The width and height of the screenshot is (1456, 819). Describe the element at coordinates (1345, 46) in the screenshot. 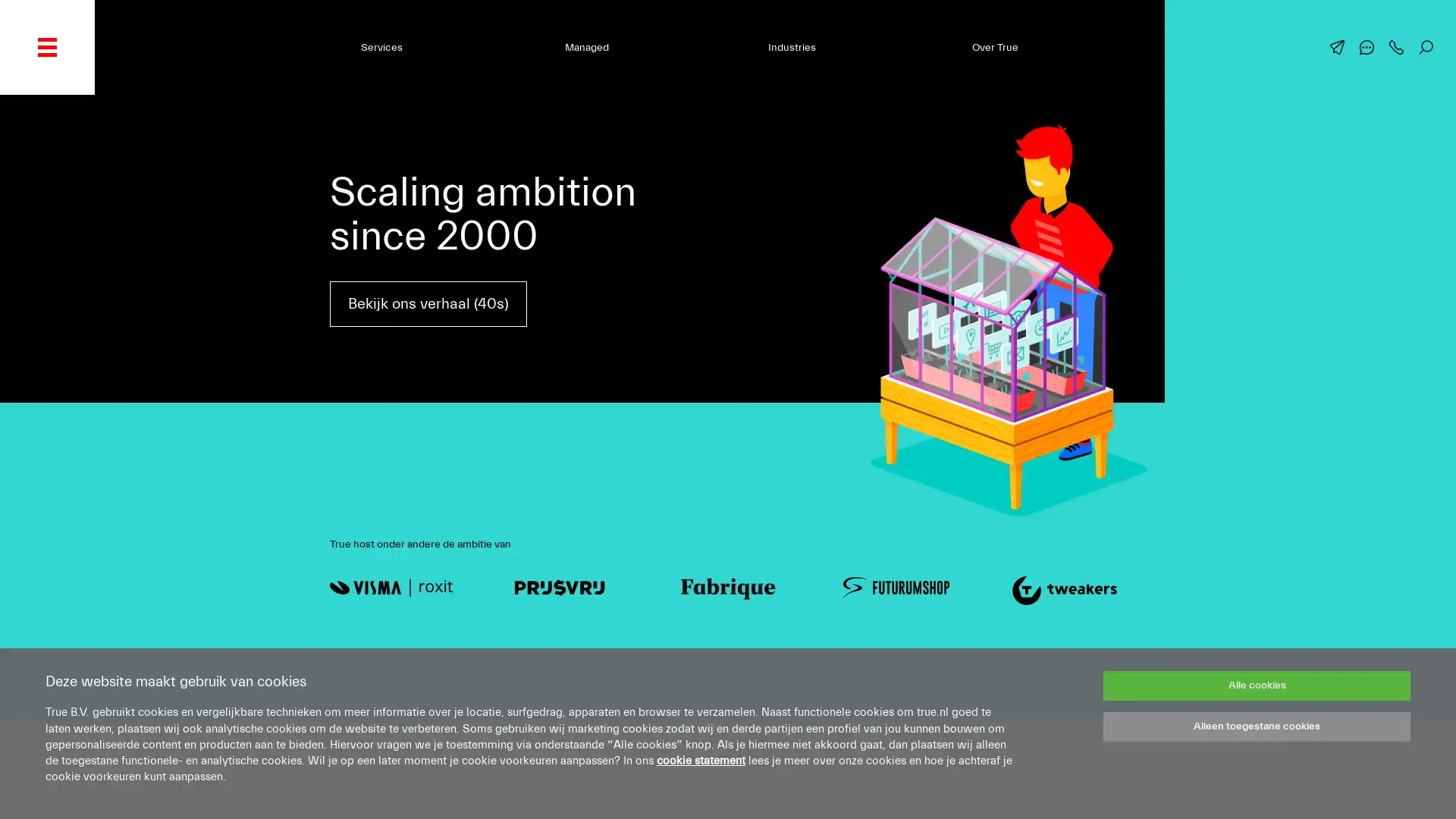

I see `Mail ons` at that location.